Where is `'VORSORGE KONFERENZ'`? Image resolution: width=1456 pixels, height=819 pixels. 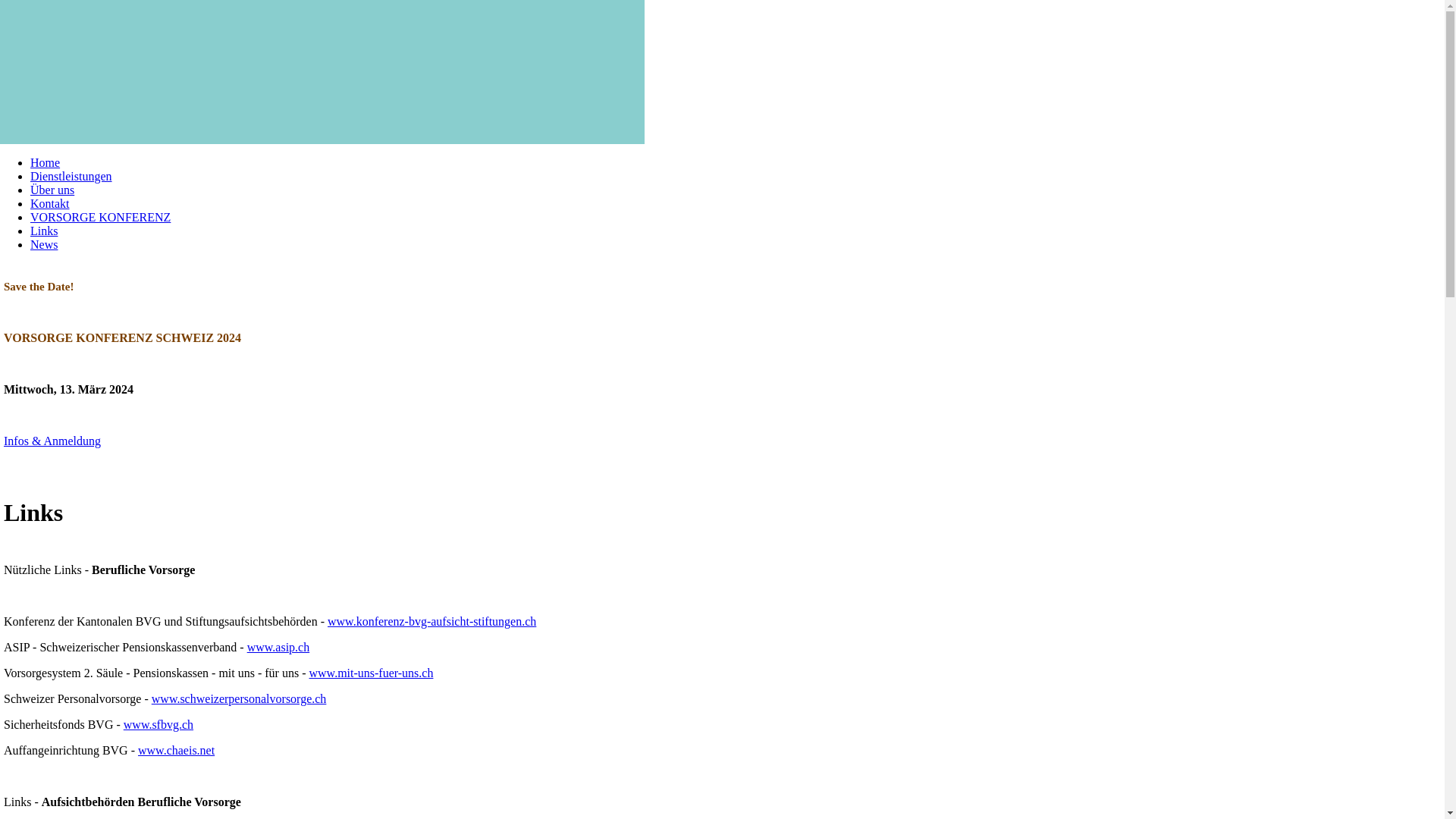 'VORSORGE KONFERENZ' is located at coordinates (99, 217).